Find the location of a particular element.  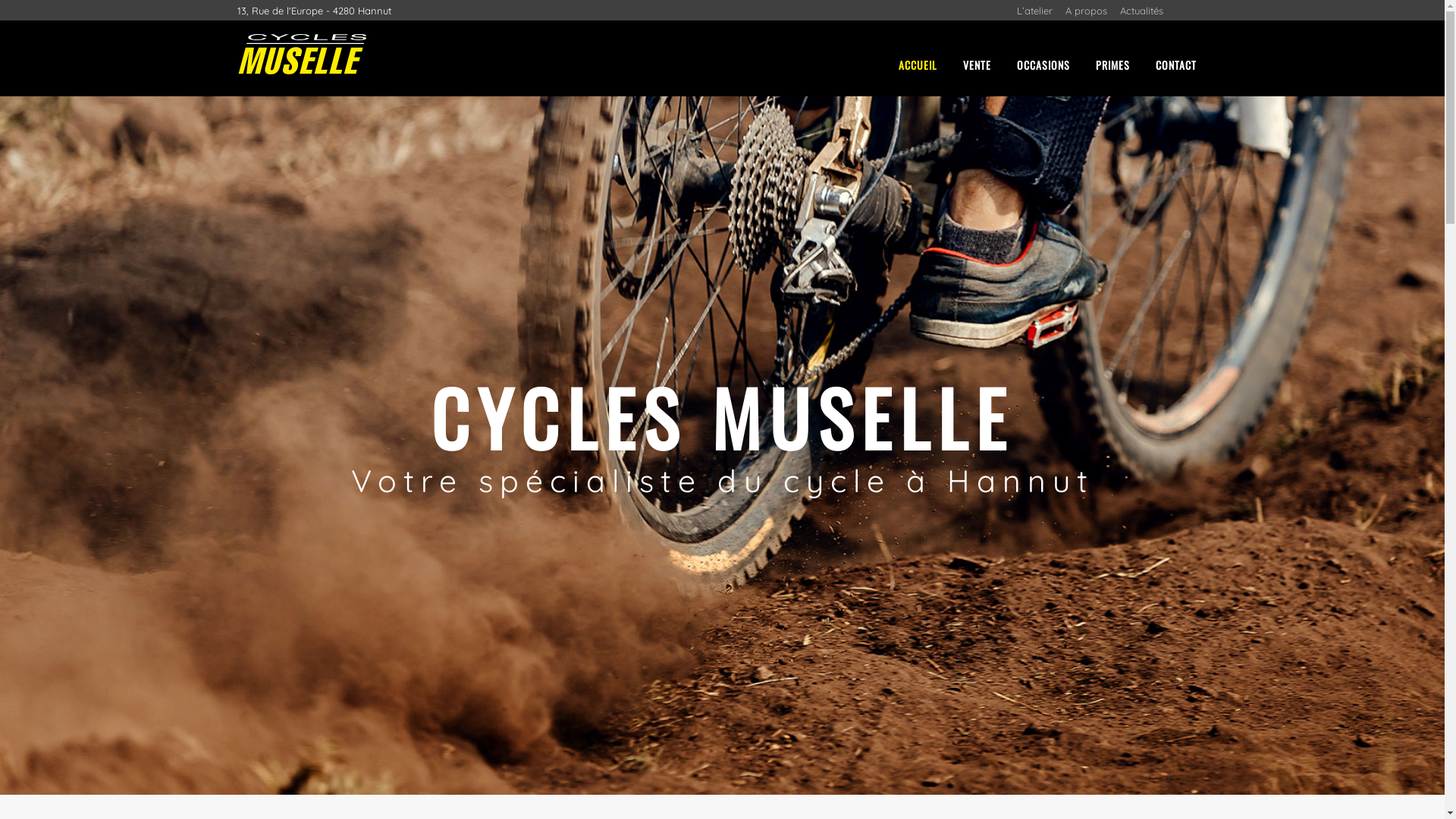

'CONTACT' is located at coordinates (1175, 64).